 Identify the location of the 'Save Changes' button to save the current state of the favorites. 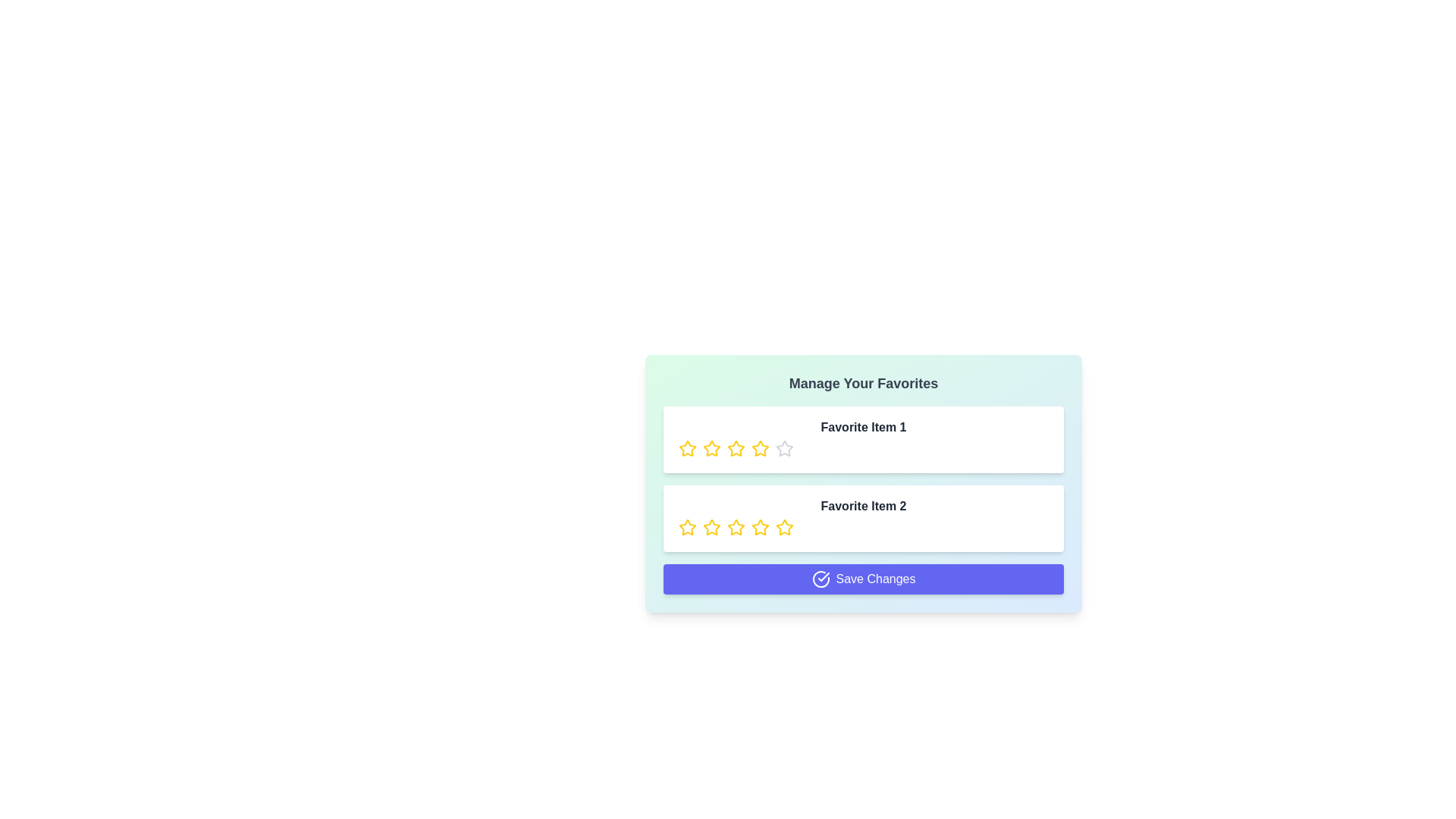
(863, 579).